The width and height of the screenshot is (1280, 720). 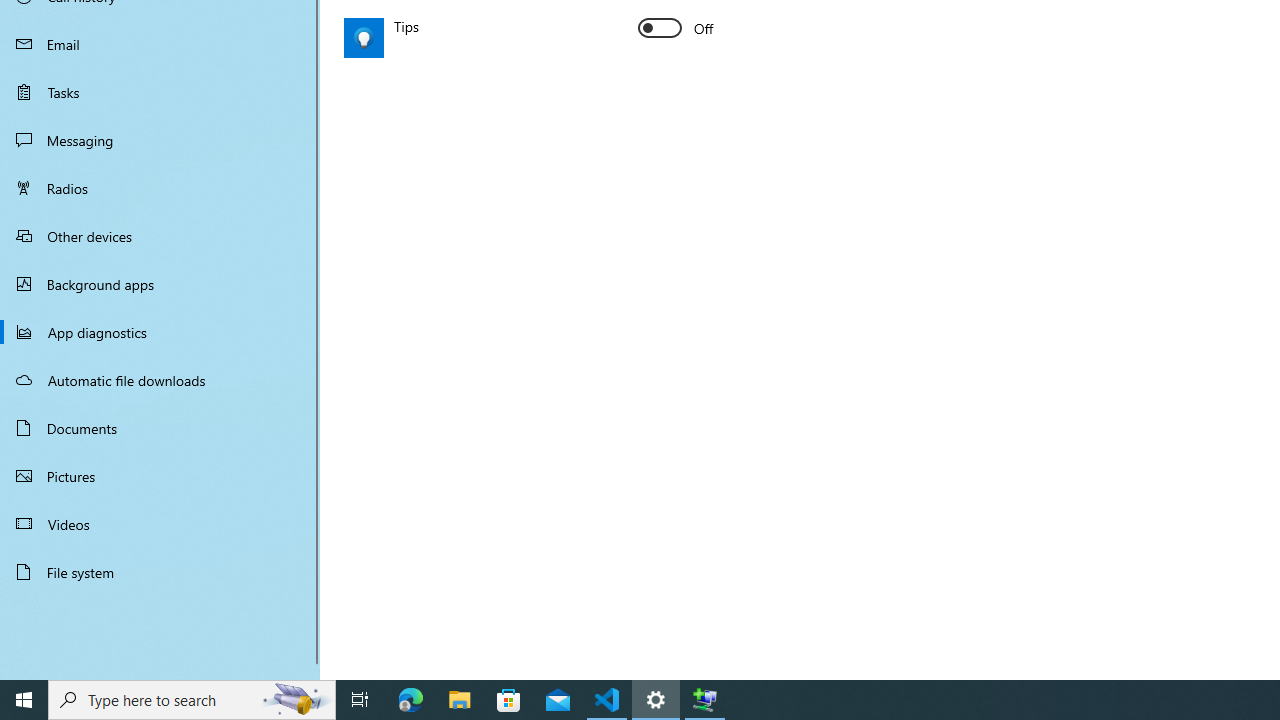 What do you see at coordinates (160, 91) in the screenshot?
I see `'Tasks'` at bounding box center [160, 91].